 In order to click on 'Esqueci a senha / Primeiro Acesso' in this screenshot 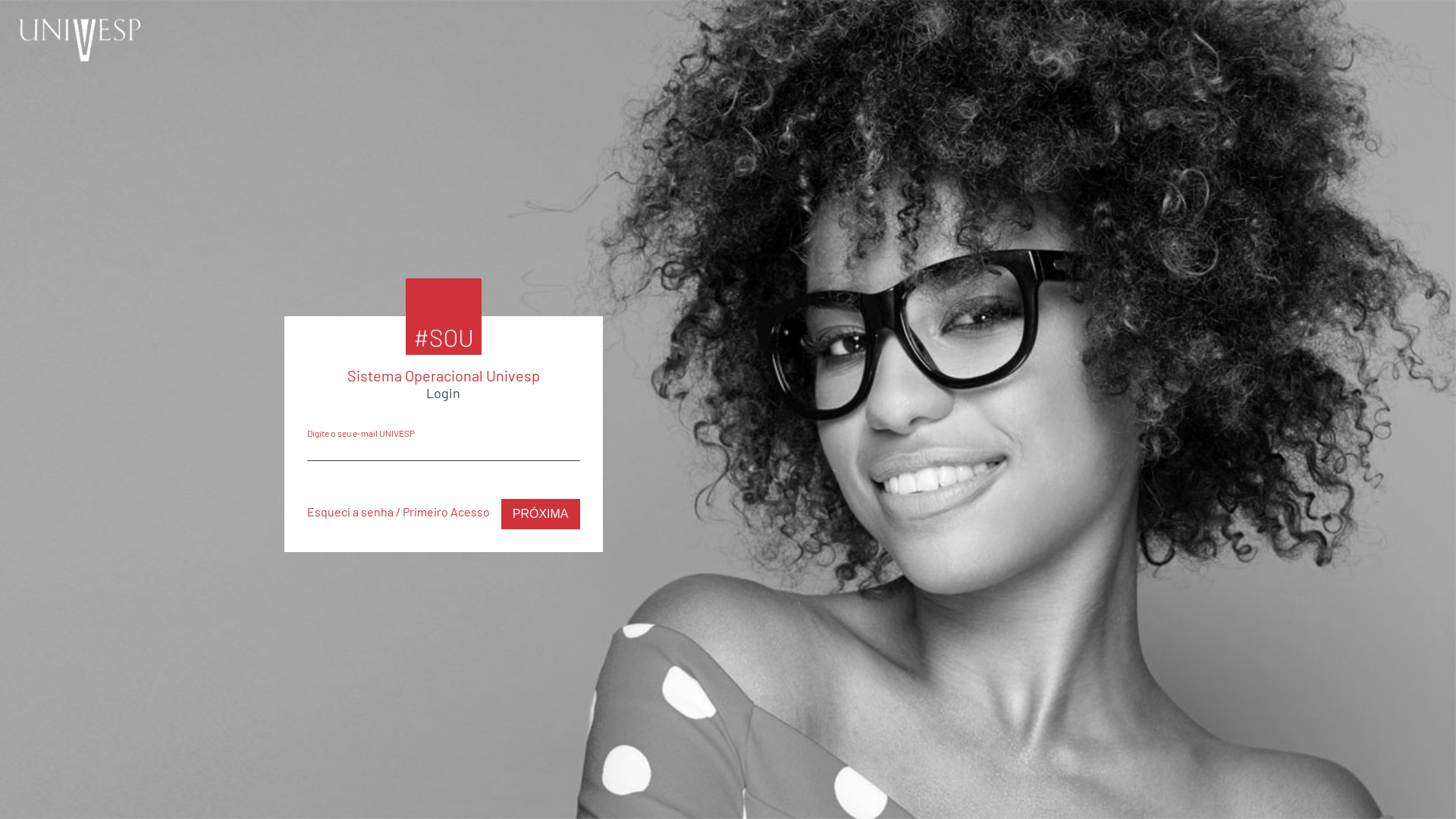, I will do `click(397, 511)`.